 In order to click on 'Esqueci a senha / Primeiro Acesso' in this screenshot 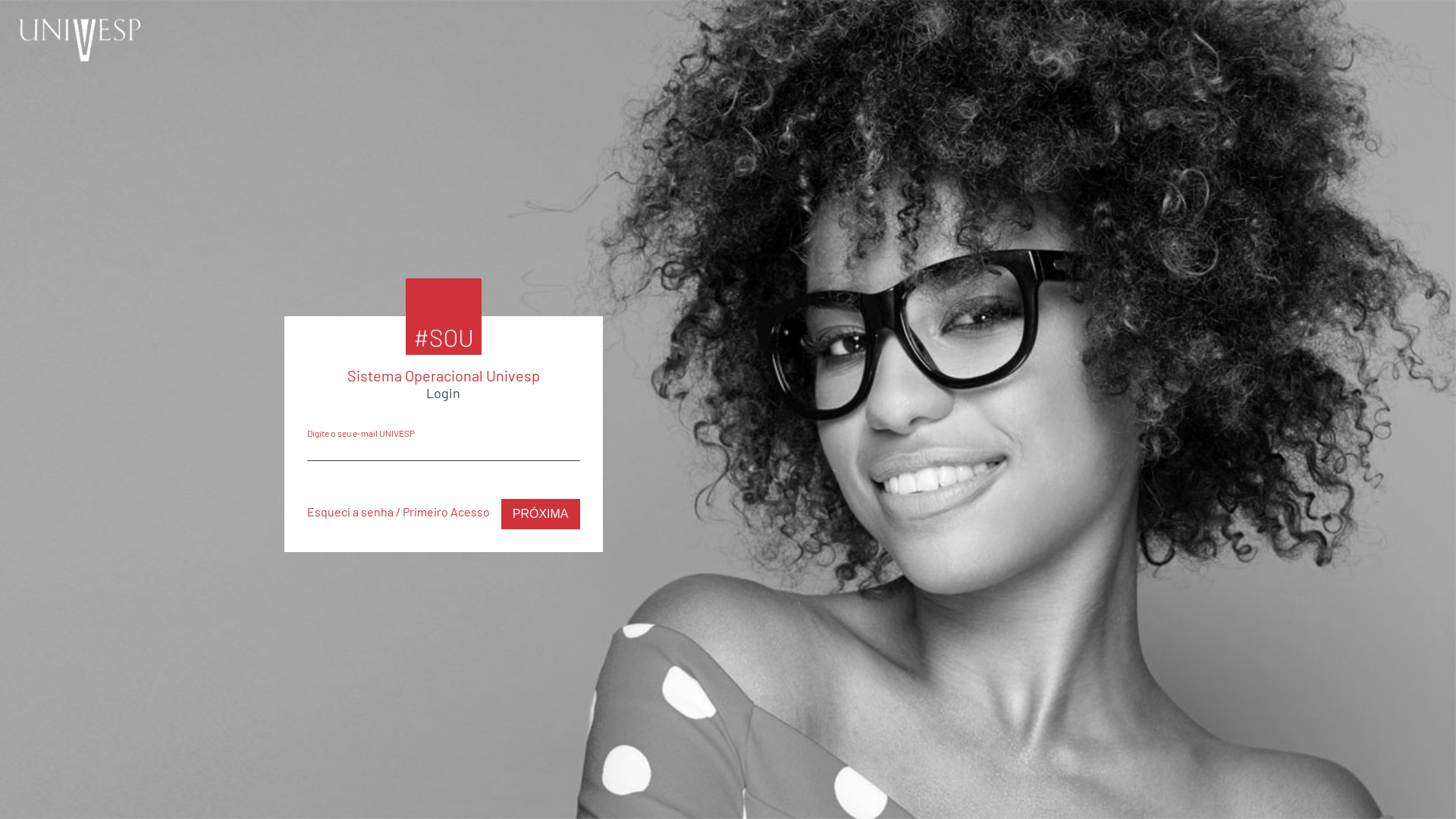, I will do `click(397, 511)`.